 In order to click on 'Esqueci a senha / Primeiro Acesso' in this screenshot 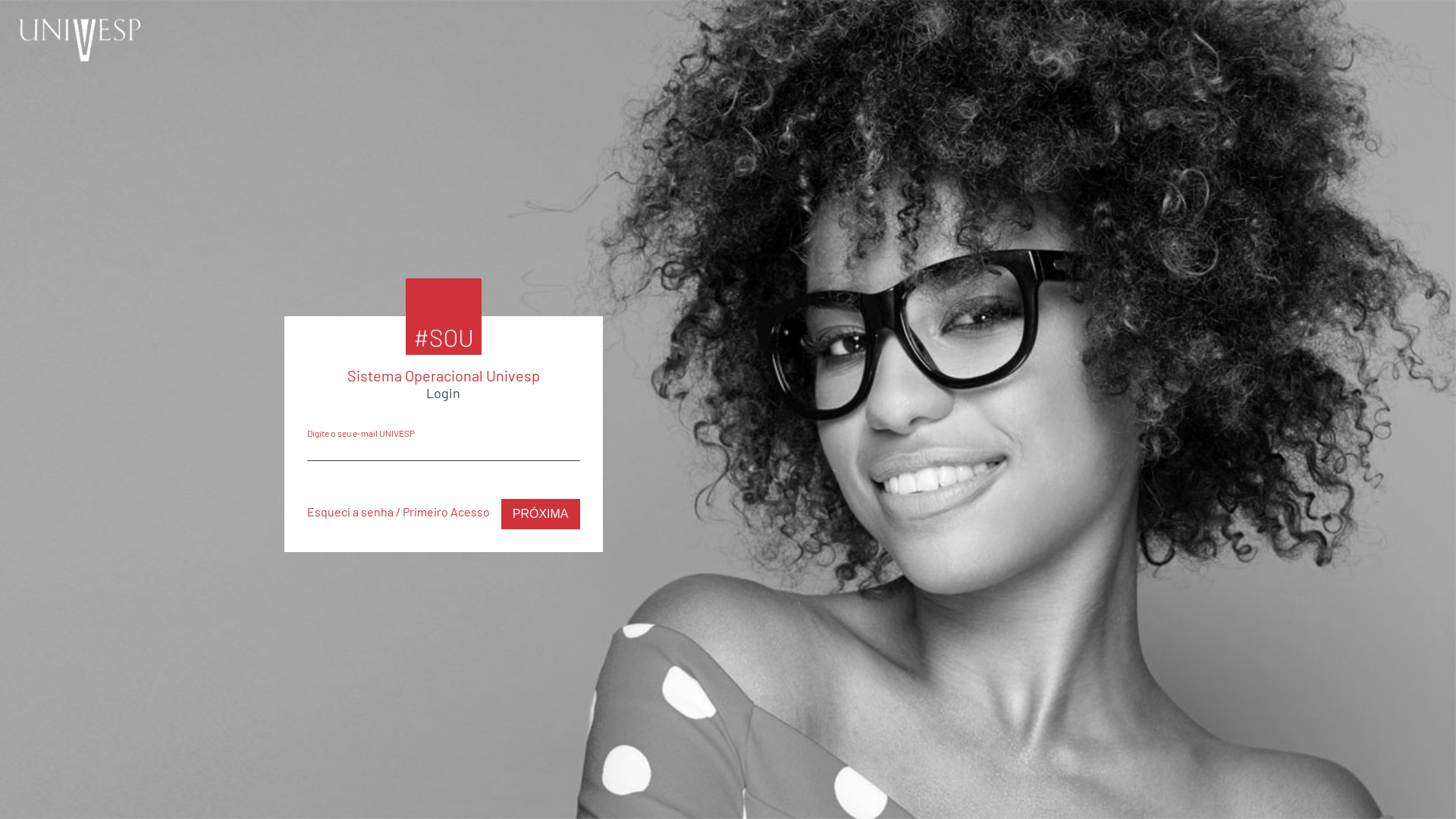, I will do `click(397, 511)`.